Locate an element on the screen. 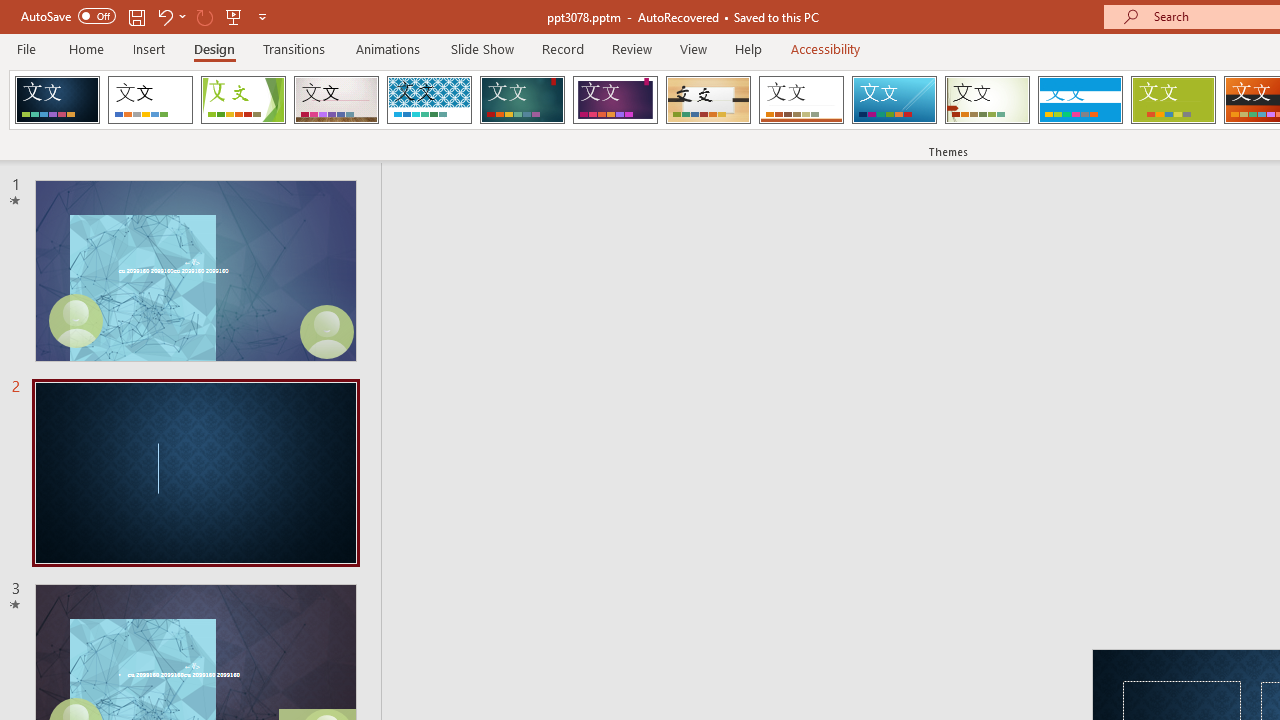 The image size is (1280, 720). 'Wisp' is located at coordinates (987, 100).